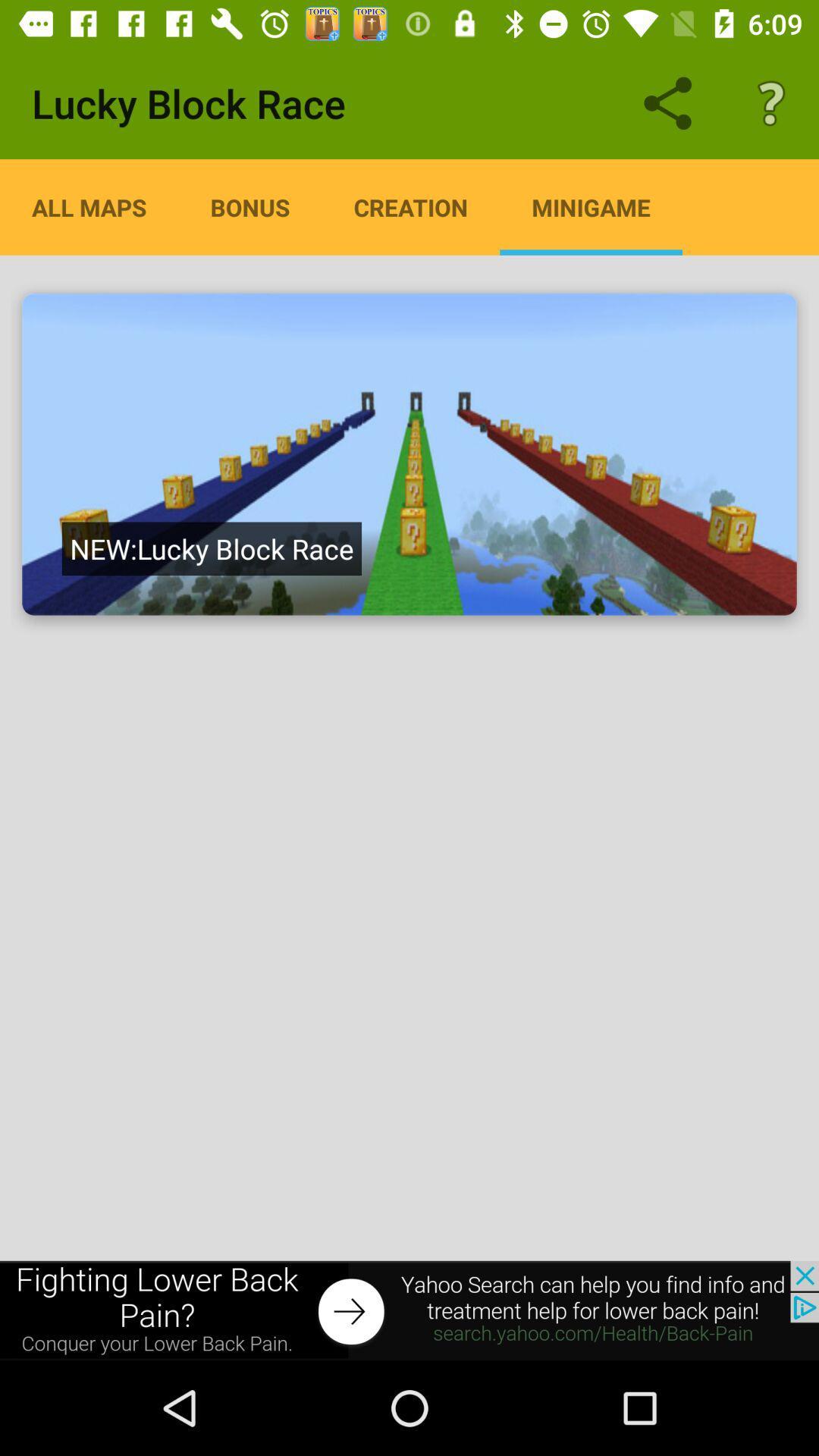 This screenshot has width=819, height=1456. Describe the element at coordinates (771, 103) in the screenshot. I see `the question mark icon at top right corner right to share icon` at that location.